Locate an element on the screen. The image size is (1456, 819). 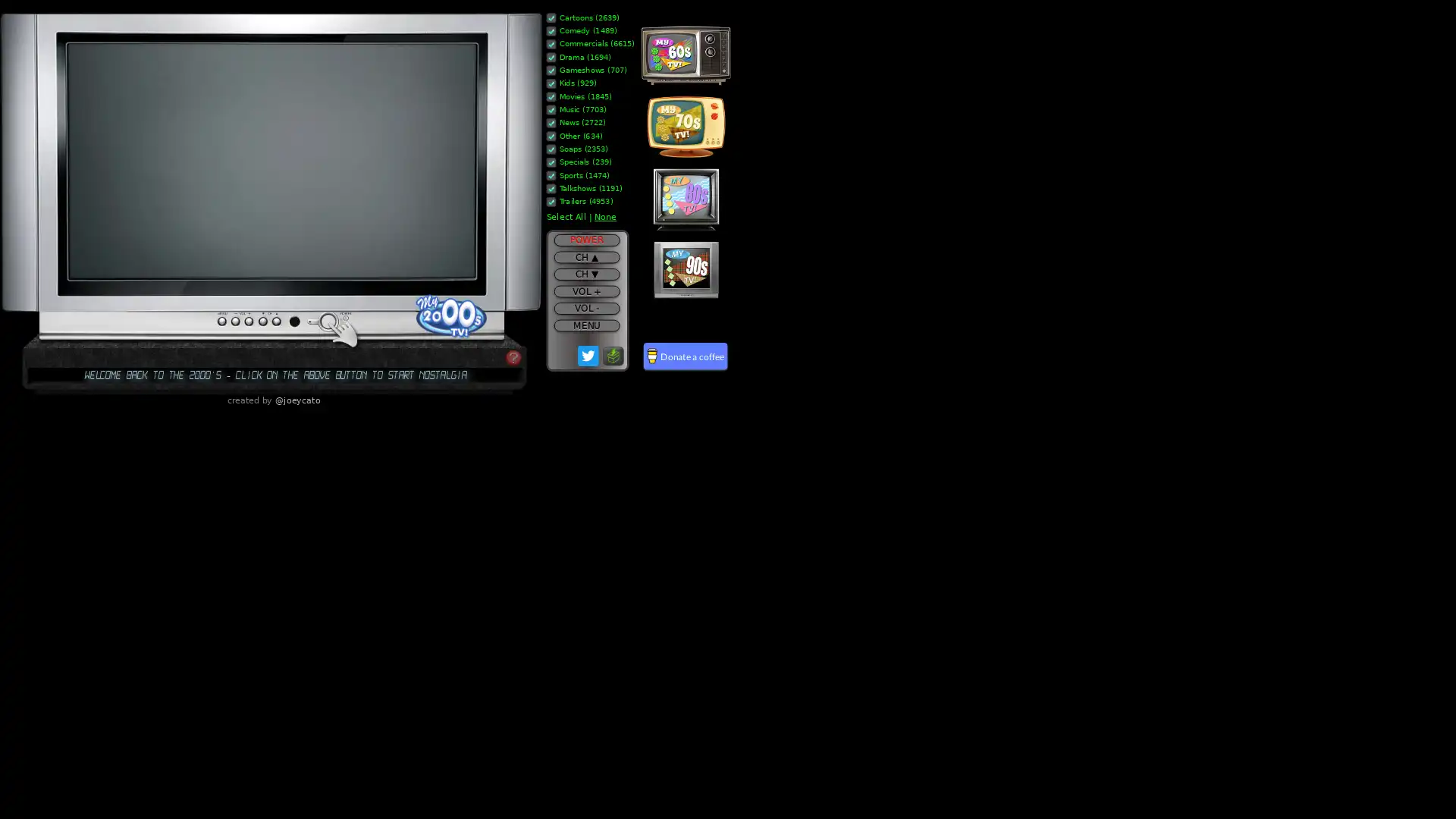
CH is located at coordinates (585, 274).